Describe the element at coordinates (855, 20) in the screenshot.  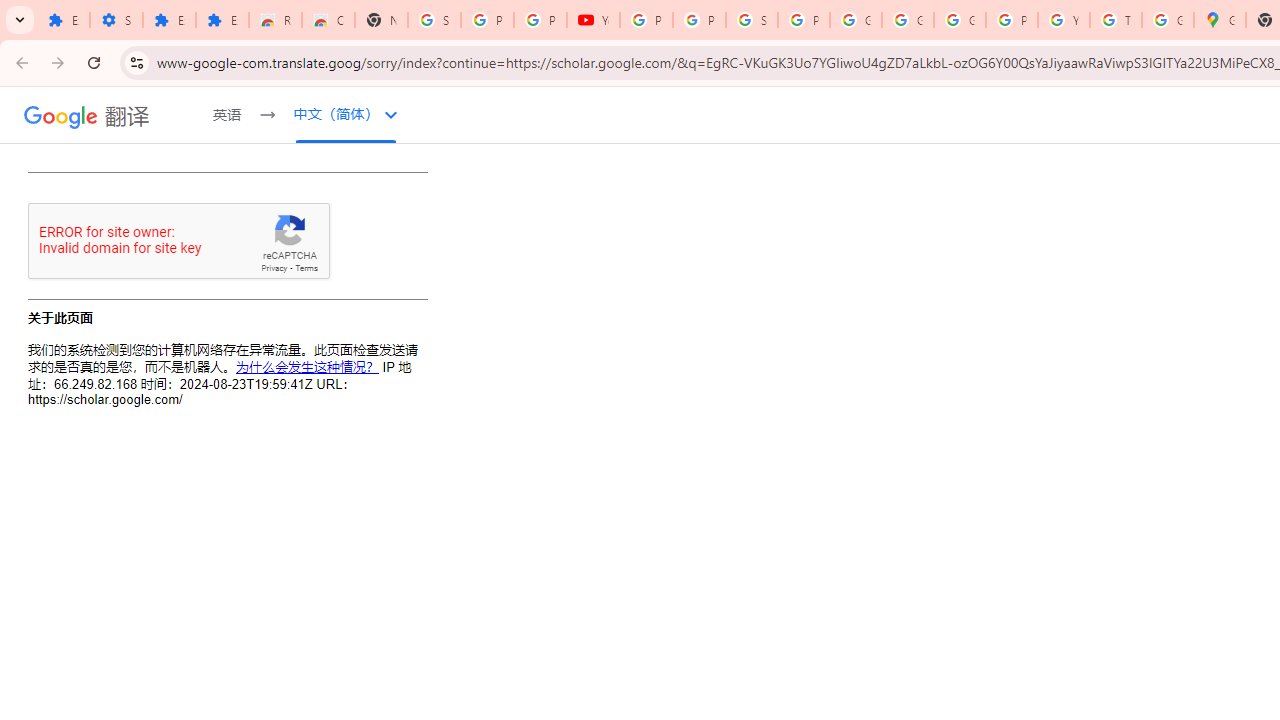
I see `'Google Account'` at that location.